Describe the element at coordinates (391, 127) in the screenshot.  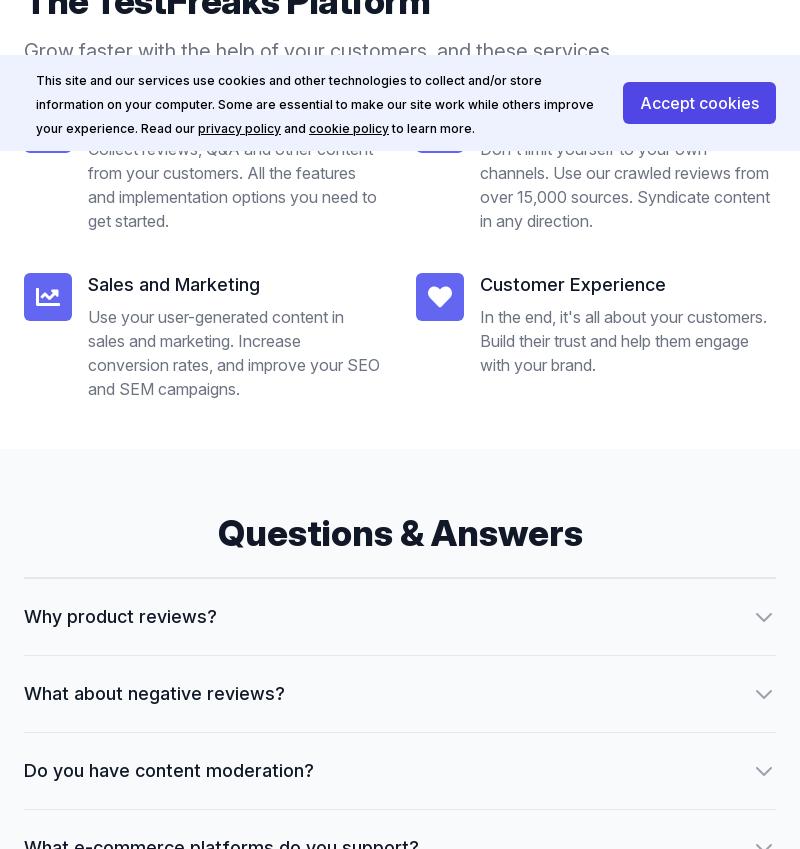
I see `'to learn more.'` at that location.